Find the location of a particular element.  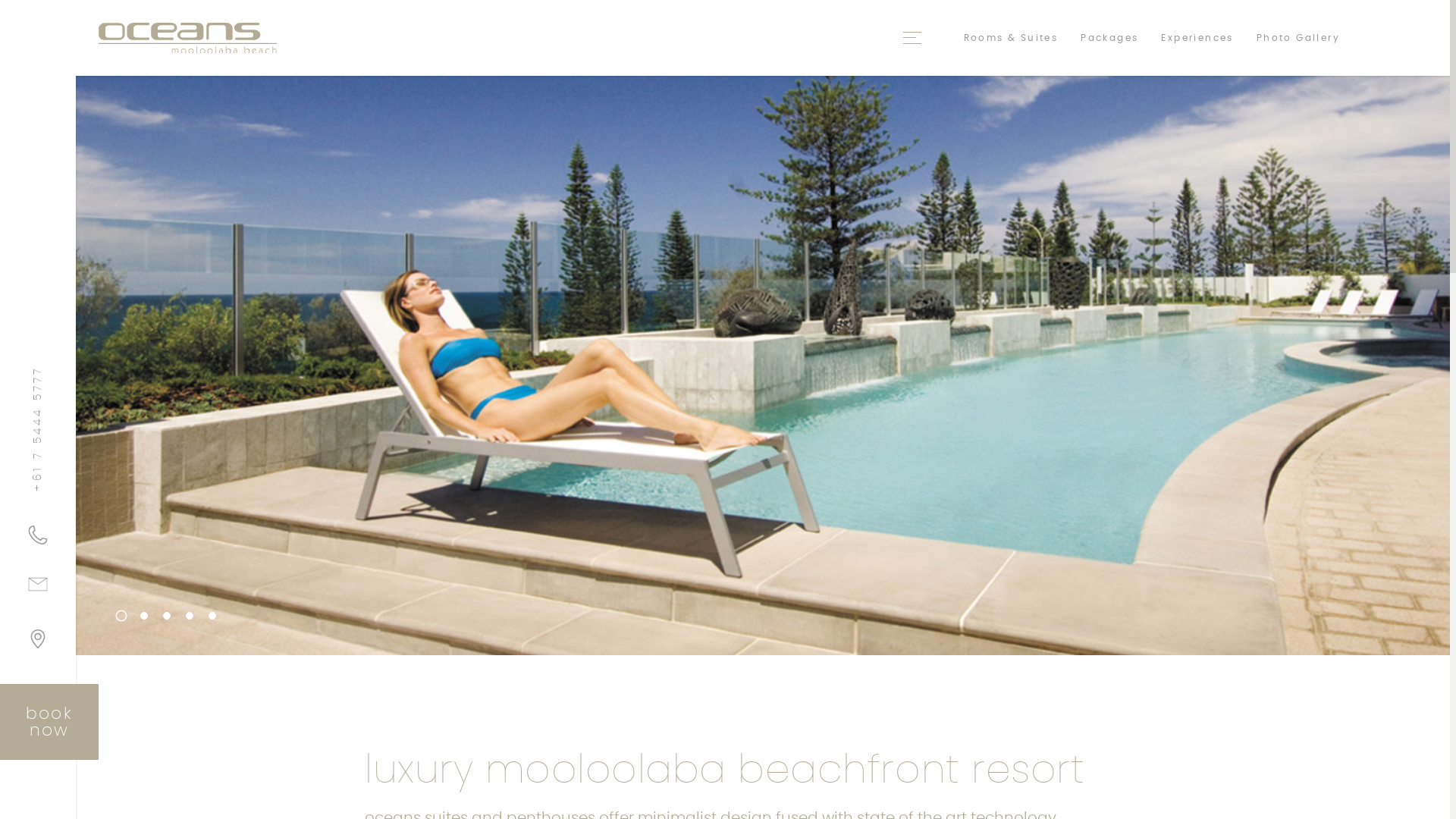

'4' is located at coordinates (188, 616).